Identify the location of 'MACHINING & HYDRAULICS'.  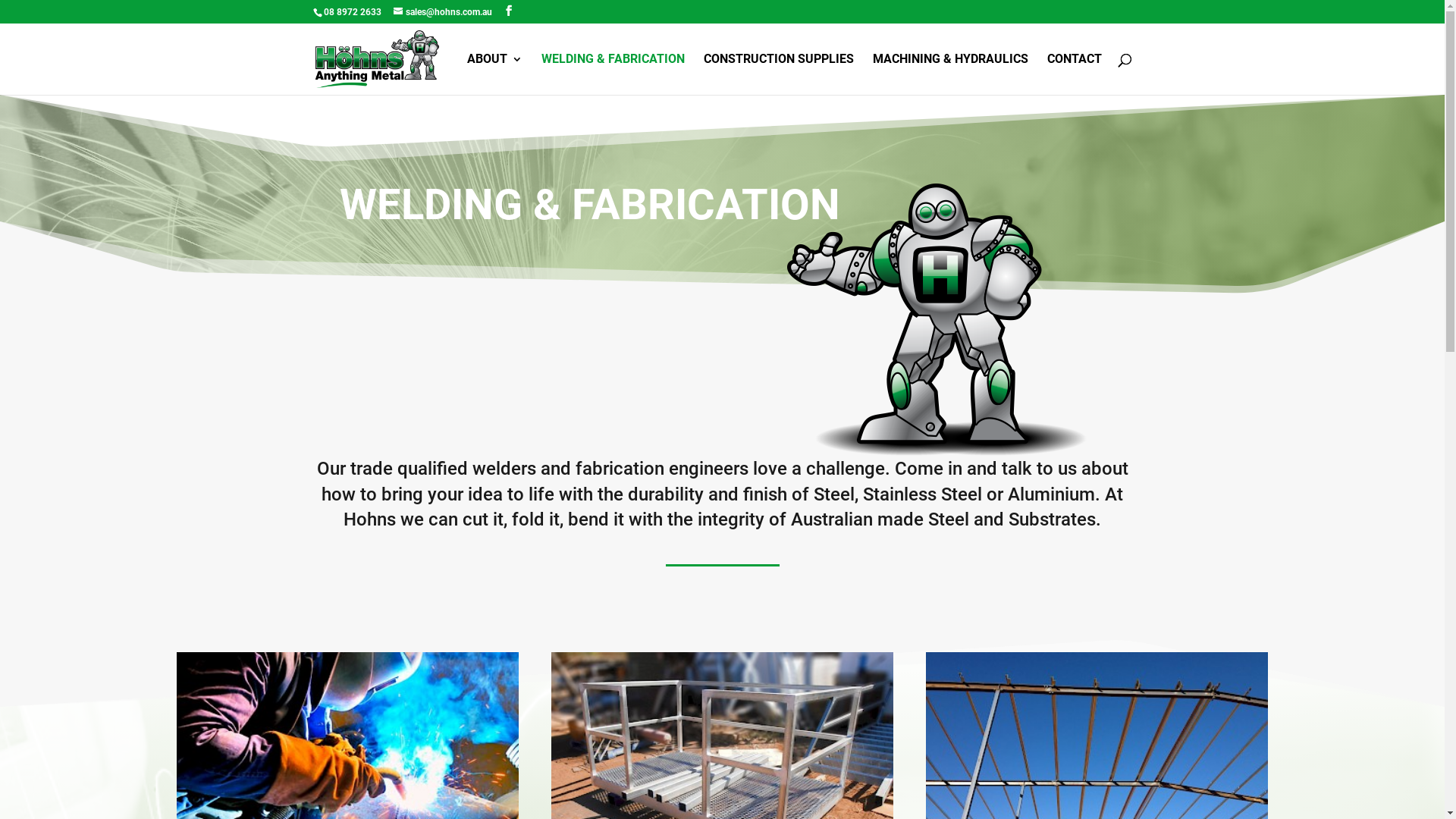
(872, 74).